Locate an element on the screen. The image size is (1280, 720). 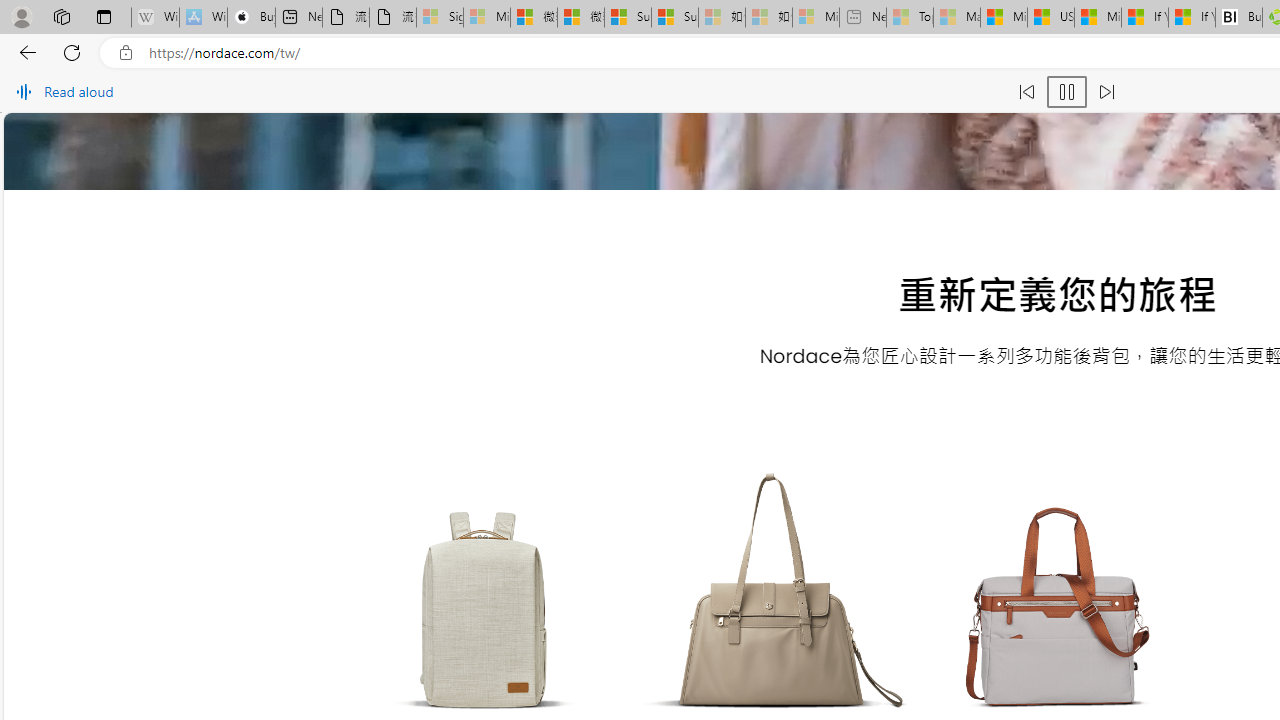
'Top Stories - MSN - Sleeping' is located at coordinates (909, 17).